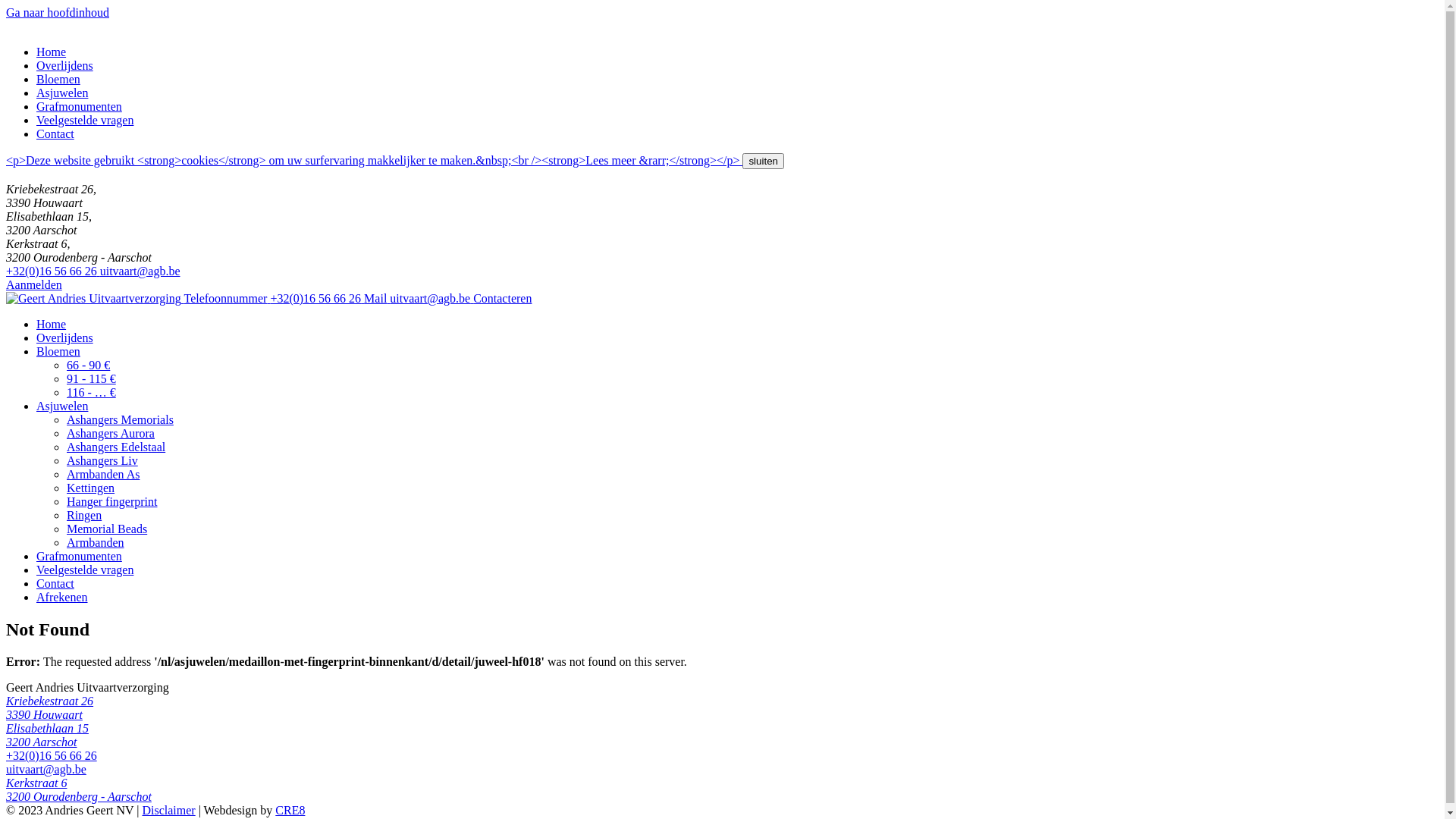  Describe the element at coordinates (51, 51) in the screenshot. I see `'Home'` at that location.